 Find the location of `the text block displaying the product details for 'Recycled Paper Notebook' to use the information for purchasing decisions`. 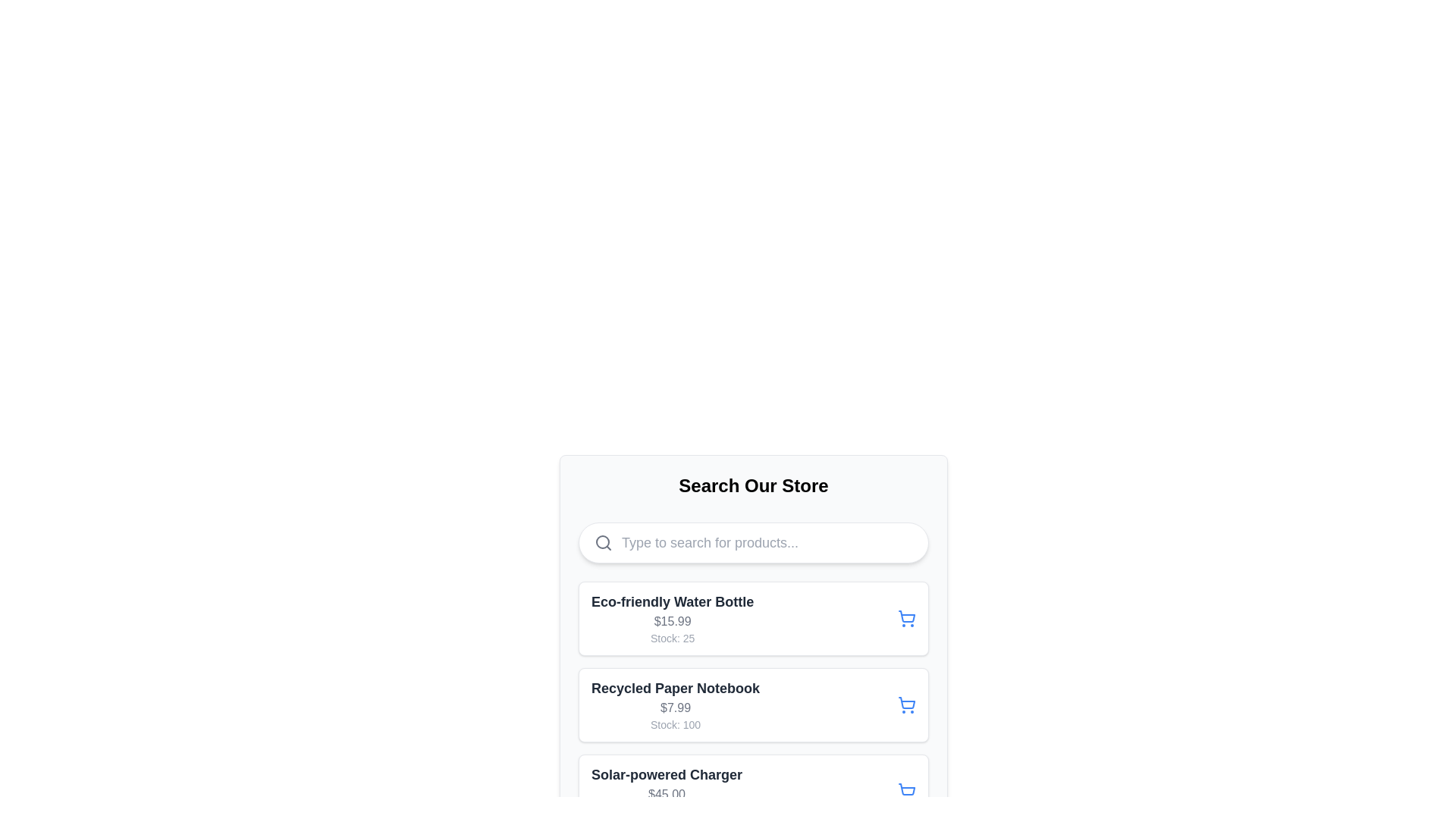

the text block displaying the product details for 'Recycled Paper Notebook' to use the information for purchasing decisions is located at coordinates (675, 704).